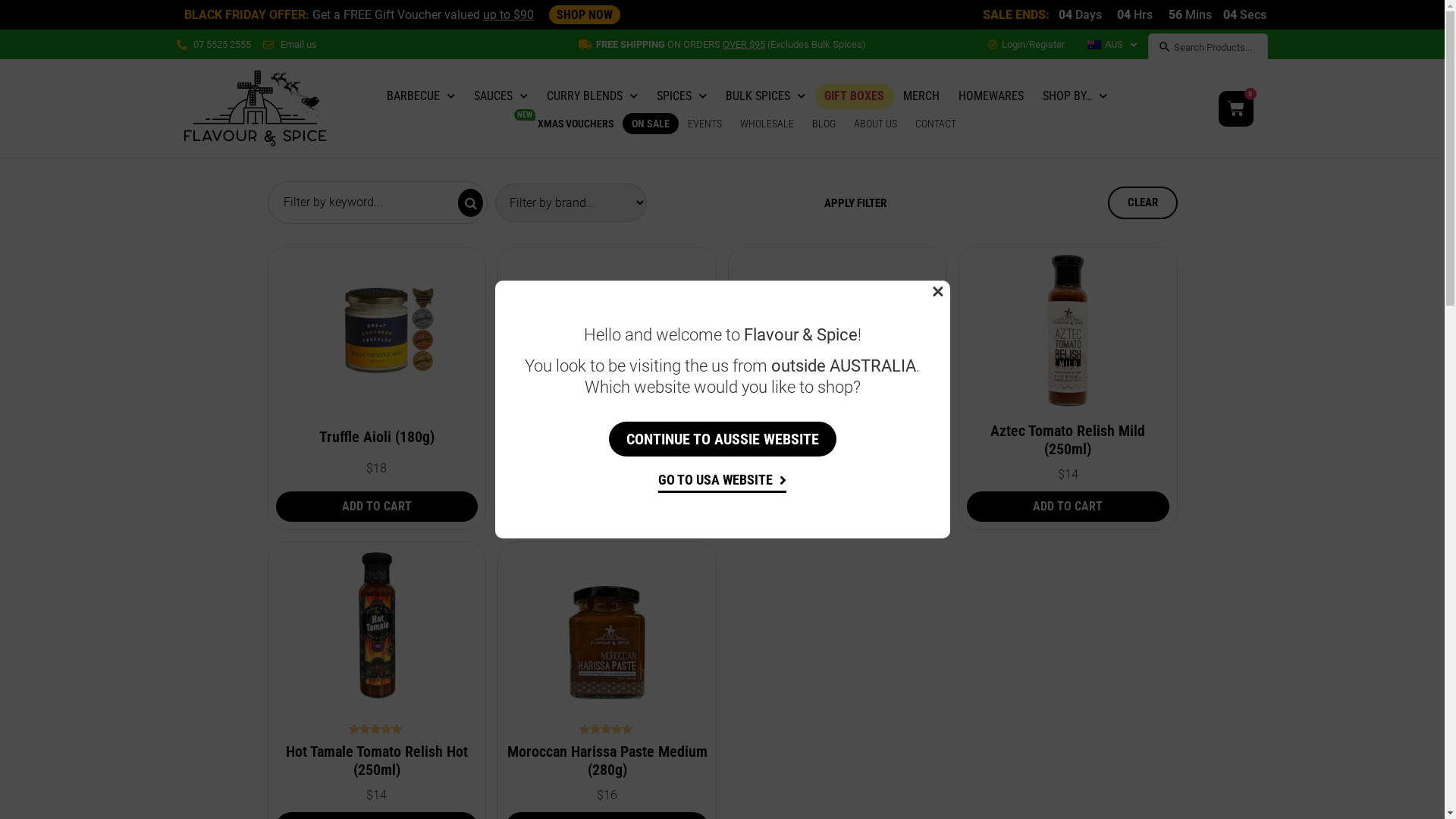 The height and width of the screenshot is (819, 1456). What do you see at coordinates (262, 42) in the screenshot?
I see `'Email us'` at bounding box center [262, 42].